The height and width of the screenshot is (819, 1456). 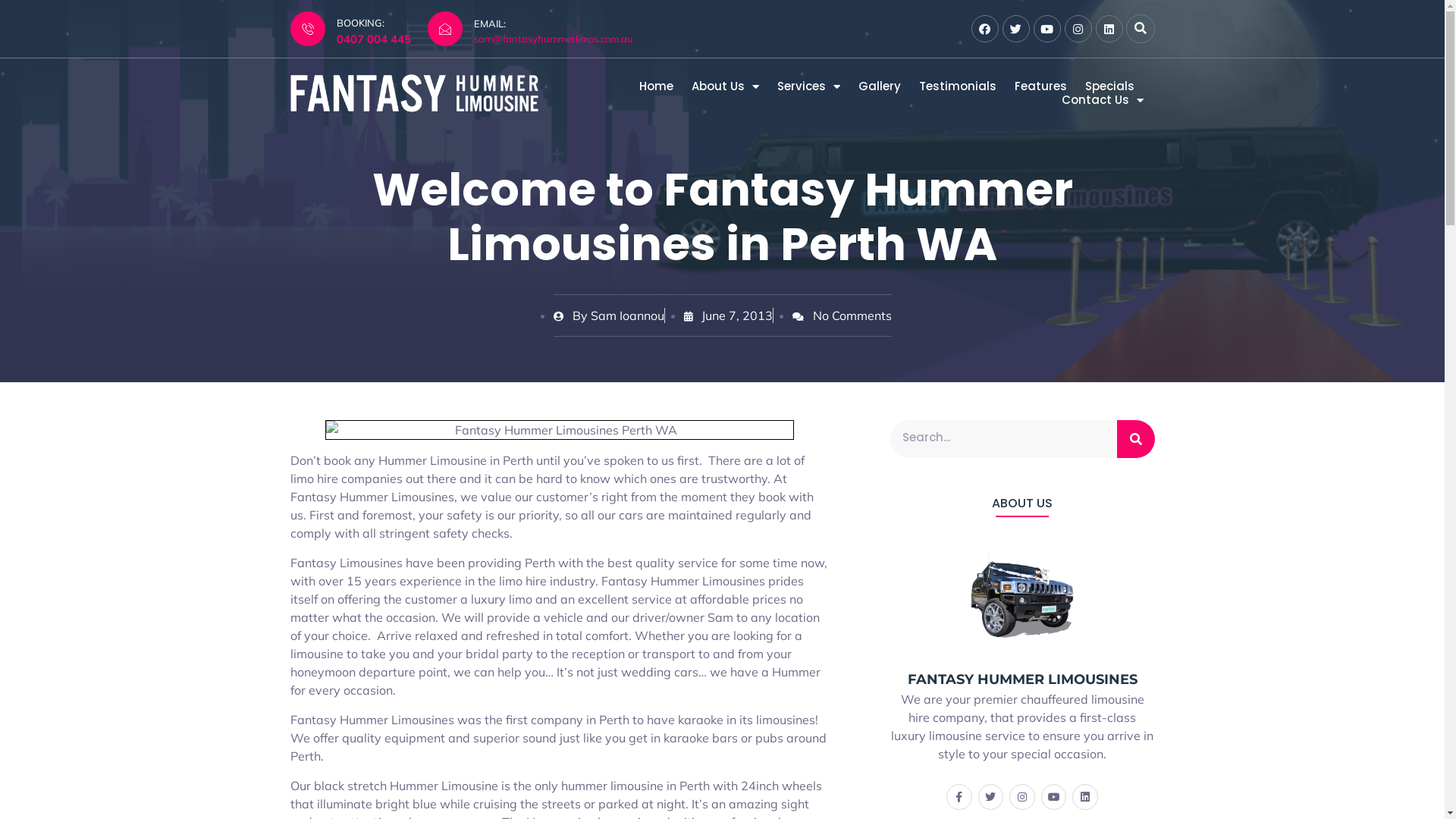 I want to click on 'No Comments', so click(x=790, y=315).